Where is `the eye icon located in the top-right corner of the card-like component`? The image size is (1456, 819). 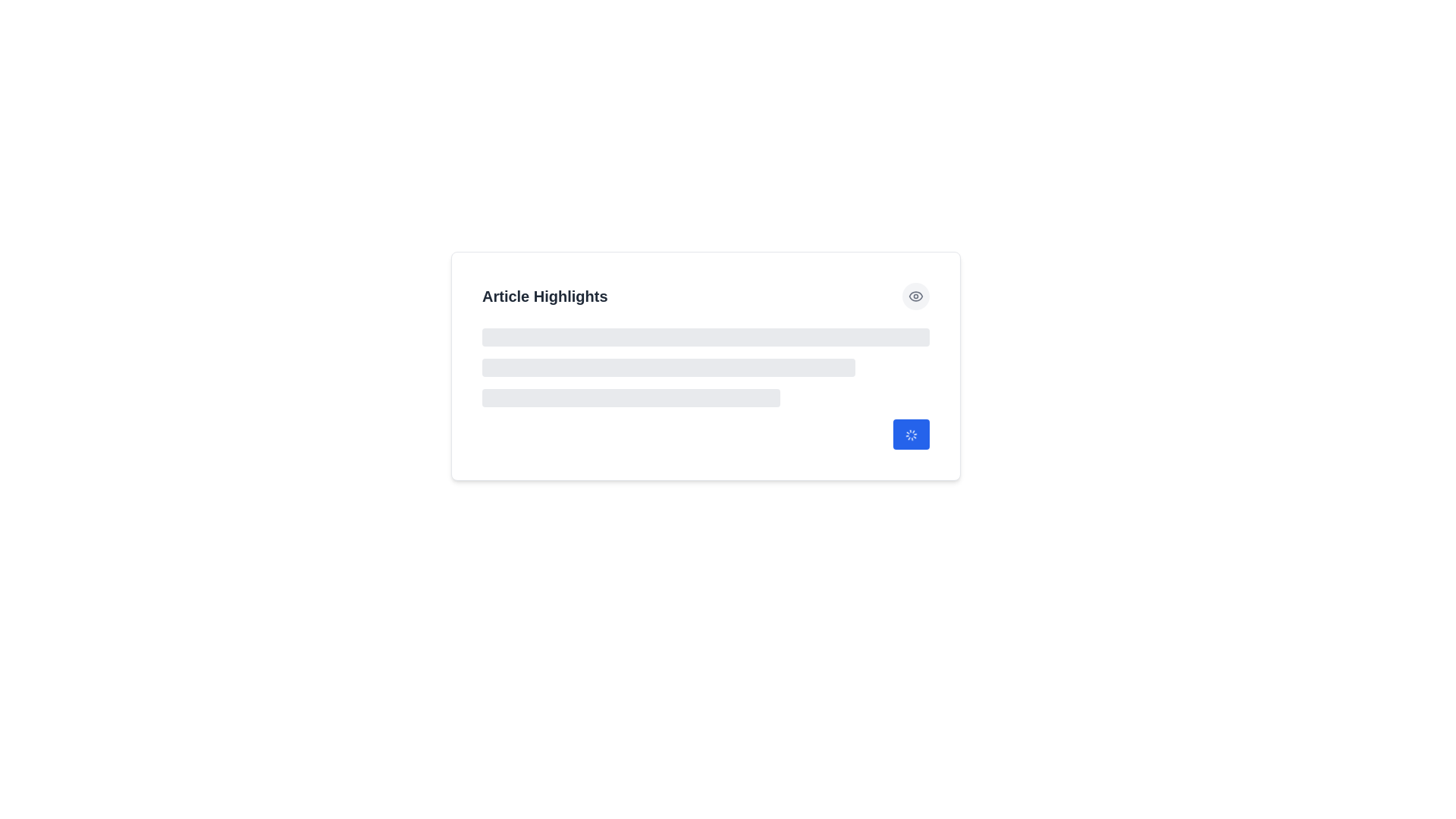
the eye icon located in the top-right corner of the card-like component is located at coordinates (915, 296).